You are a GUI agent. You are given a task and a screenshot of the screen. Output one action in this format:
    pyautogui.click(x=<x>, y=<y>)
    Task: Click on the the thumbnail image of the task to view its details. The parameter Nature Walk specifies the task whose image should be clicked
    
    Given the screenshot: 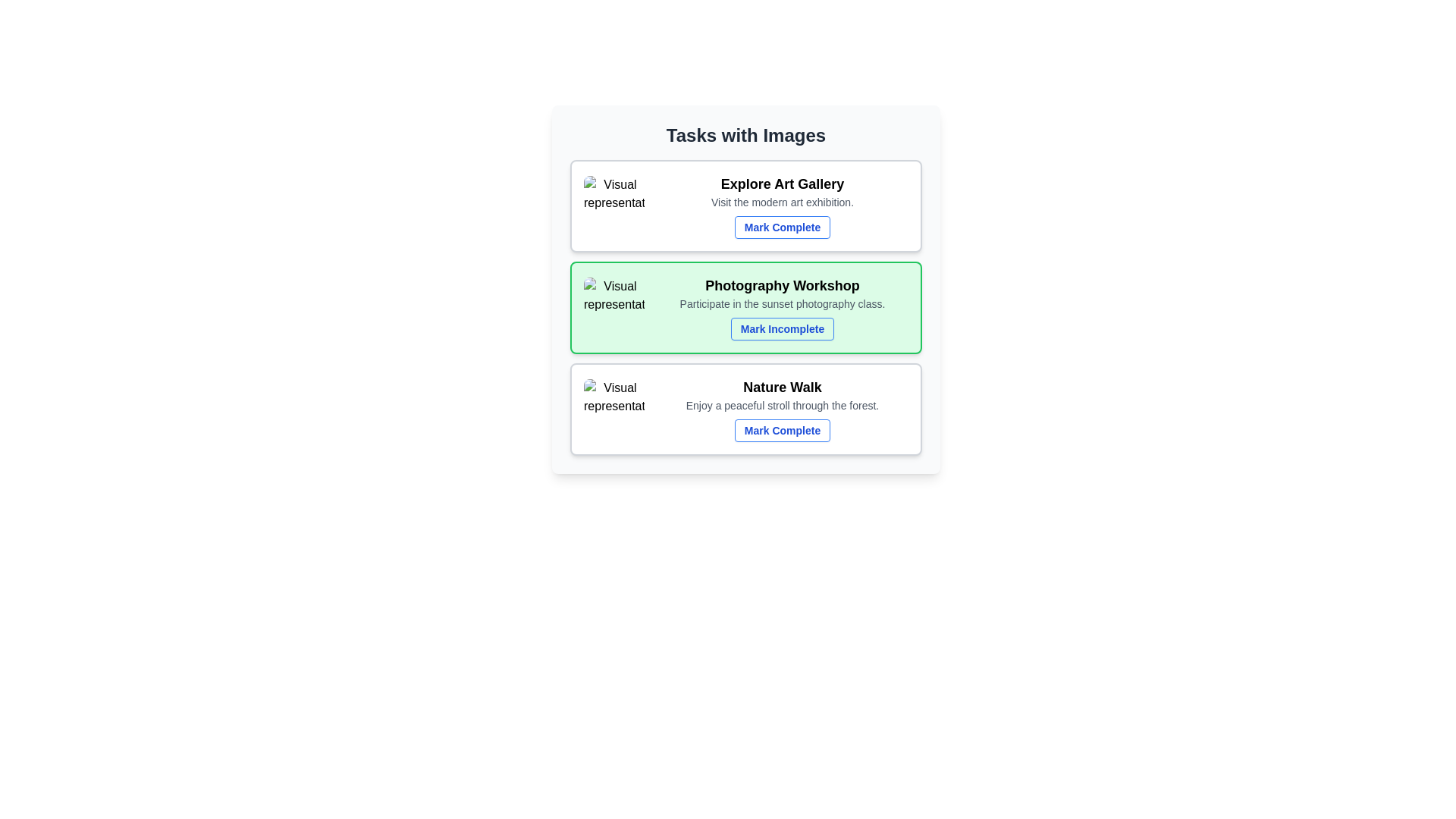 What is the action you would take?
    pyautogui.click(x=614, y=409)
    